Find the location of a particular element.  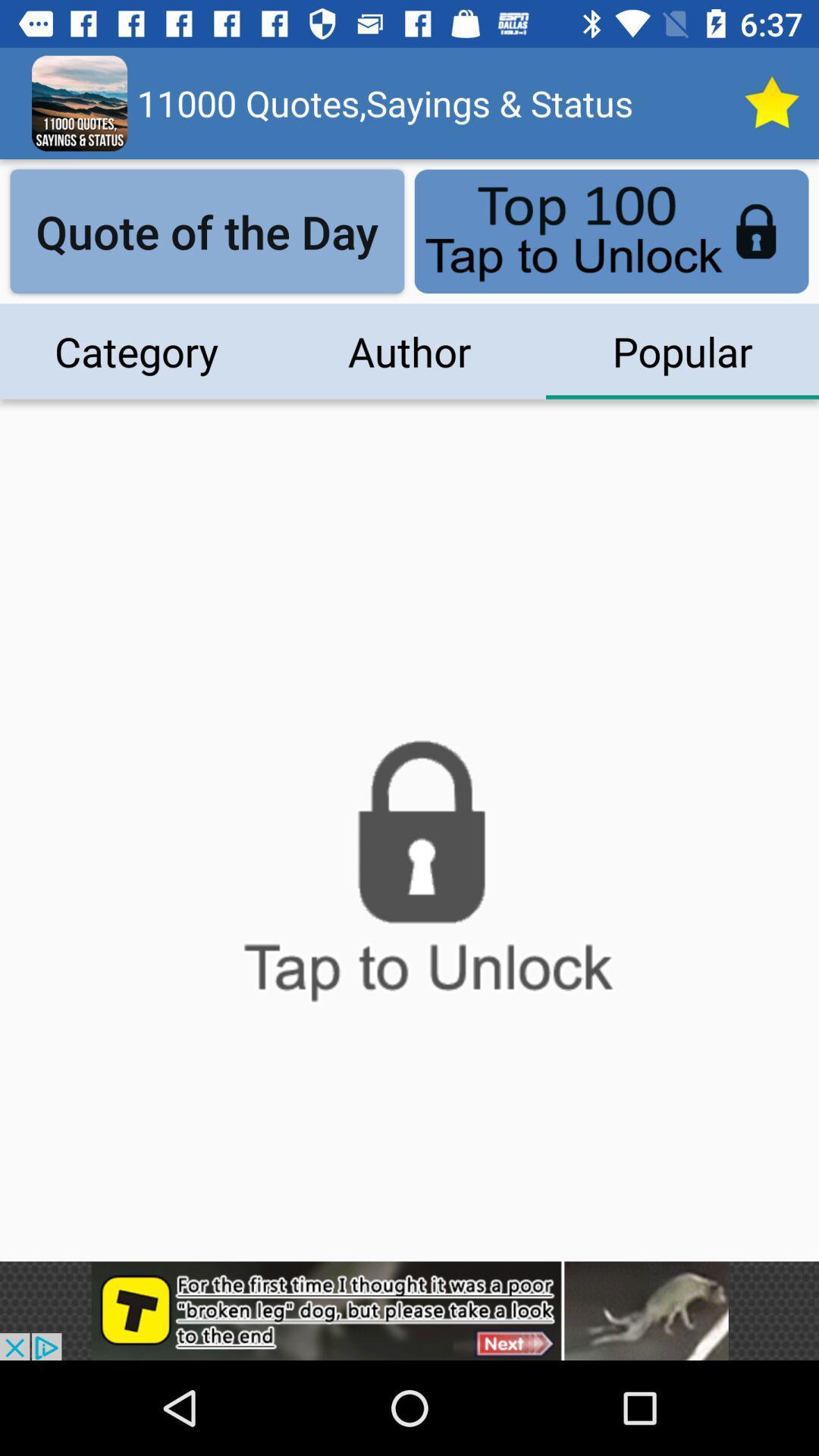

the tap to unlock is located at coordinates (409, 880).